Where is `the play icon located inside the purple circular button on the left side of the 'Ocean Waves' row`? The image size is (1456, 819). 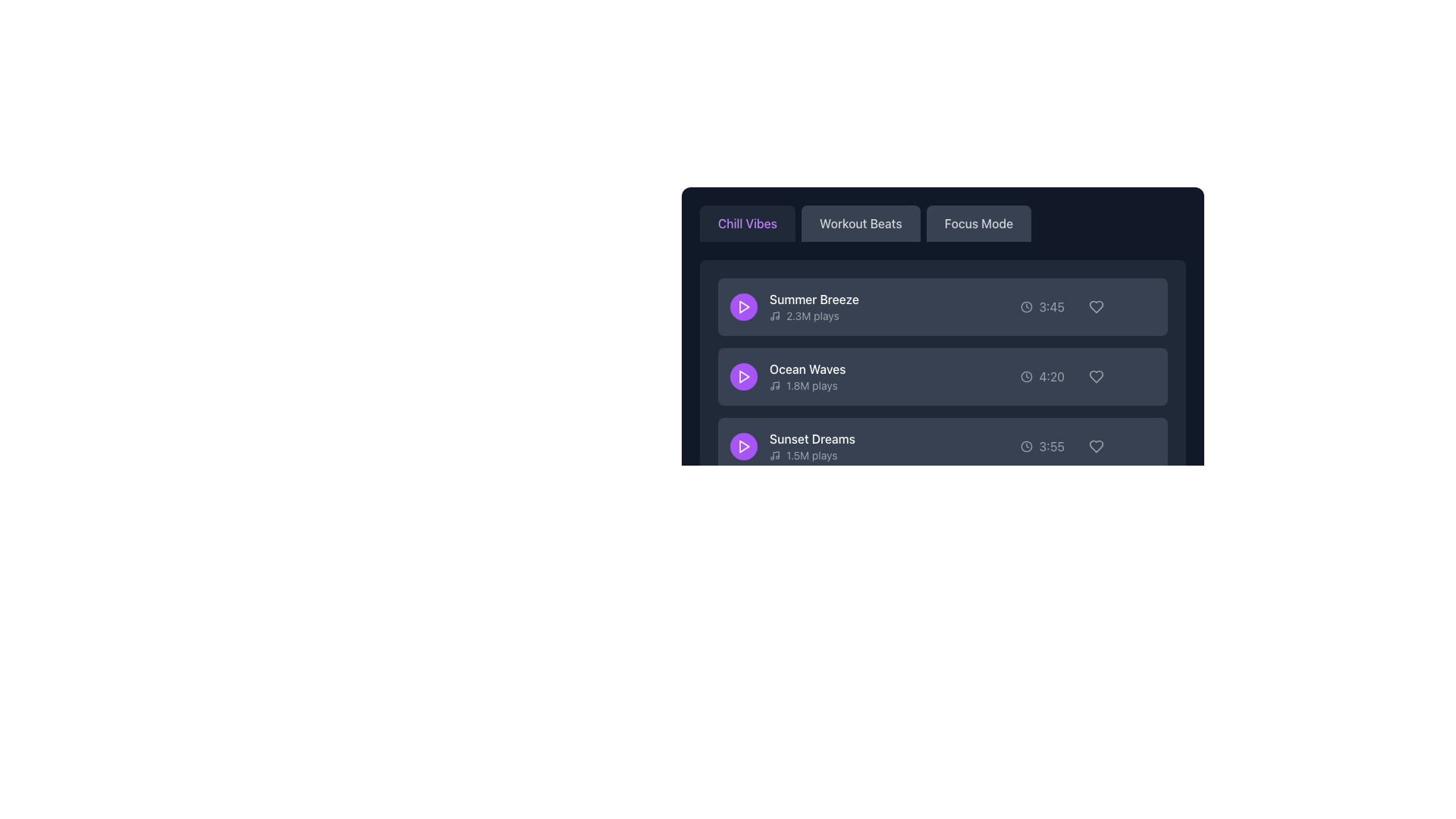
the play icon located inside the purple circular button on the left side of the 'Ocean Waves' row is located at coordinates (743, 376).